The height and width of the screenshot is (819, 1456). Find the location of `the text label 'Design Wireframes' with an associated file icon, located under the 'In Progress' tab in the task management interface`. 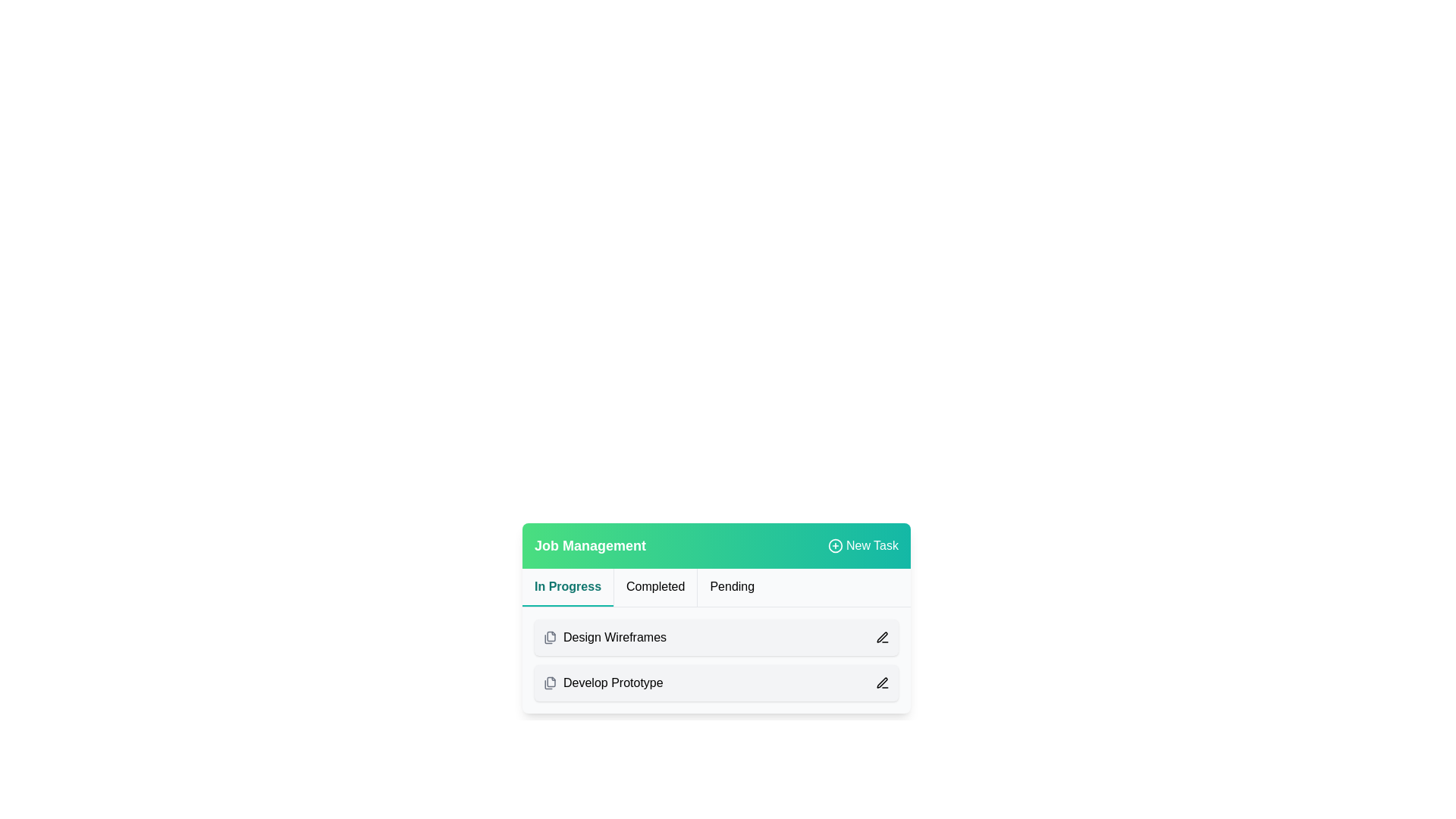

the text label 'Design Wireframes' with an associated file icon, located under the 'In Progress' tab in the task management interface is located at coordinates (604, 637).